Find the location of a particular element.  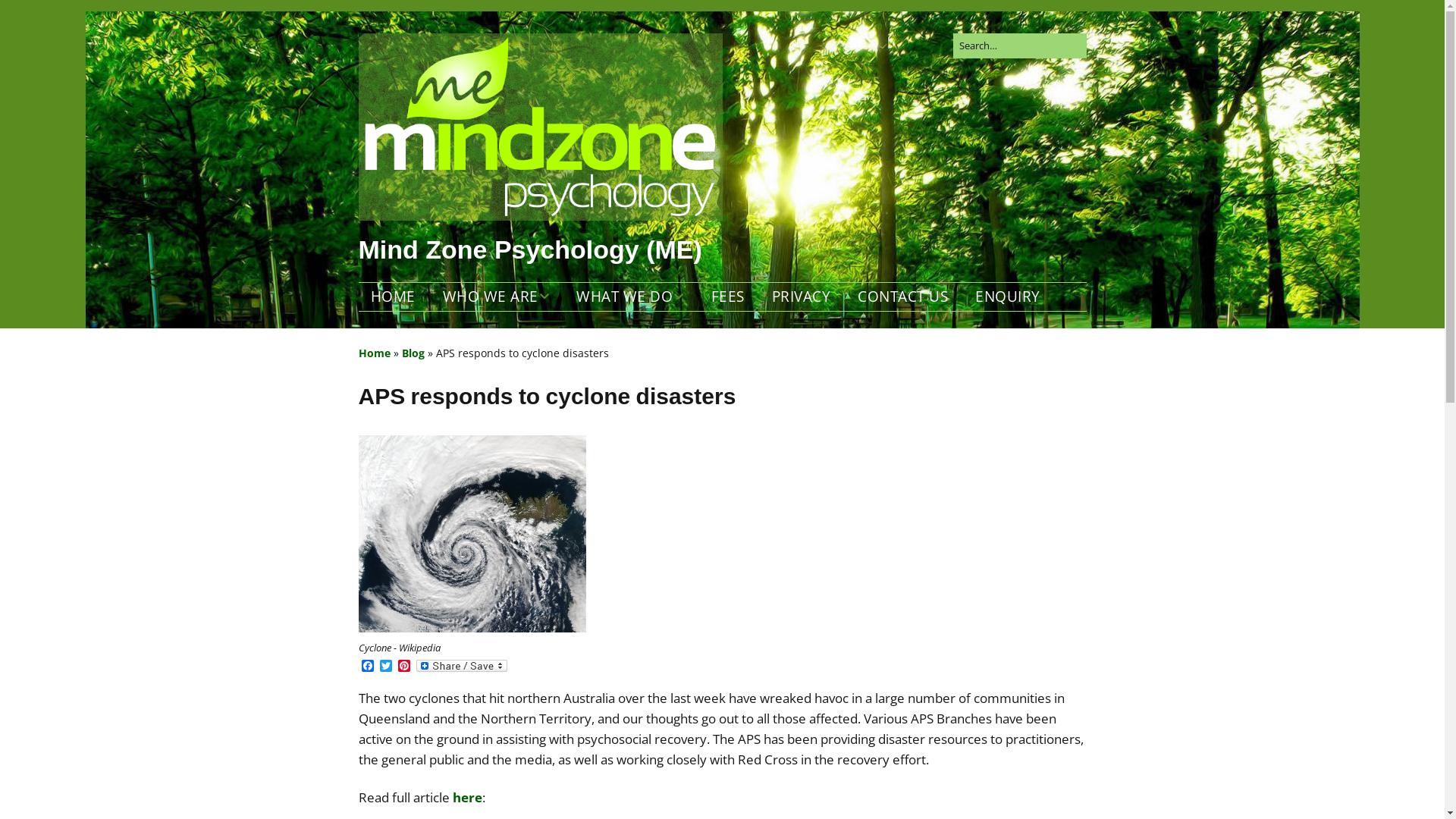

'WHAT WE DO' is located at coordinates (629, 297).